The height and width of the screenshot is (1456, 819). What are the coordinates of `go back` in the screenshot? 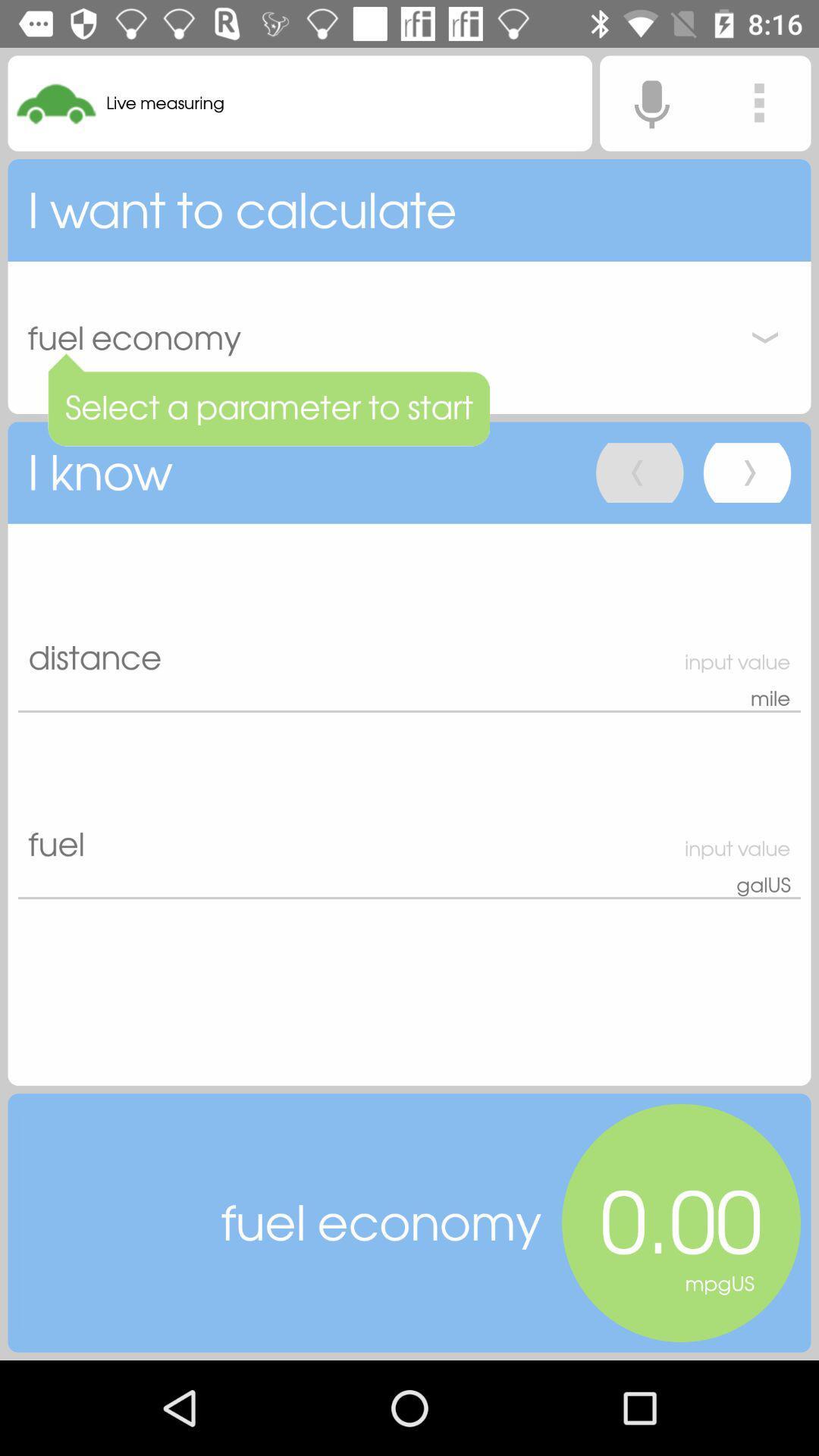 It's located at (639, 472).